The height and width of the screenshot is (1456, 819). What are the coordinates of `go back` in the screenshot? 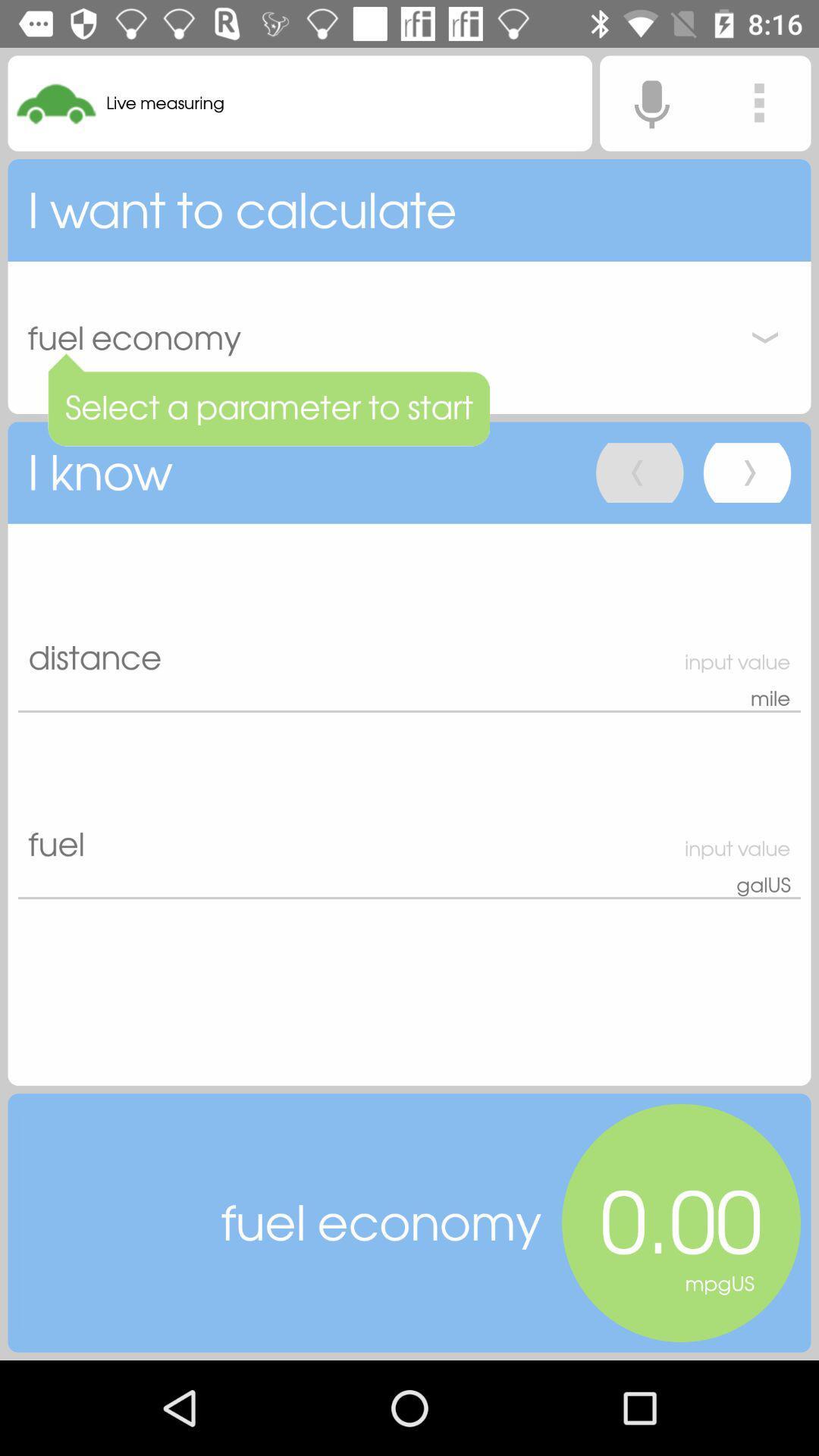 It's located at (639, 472).